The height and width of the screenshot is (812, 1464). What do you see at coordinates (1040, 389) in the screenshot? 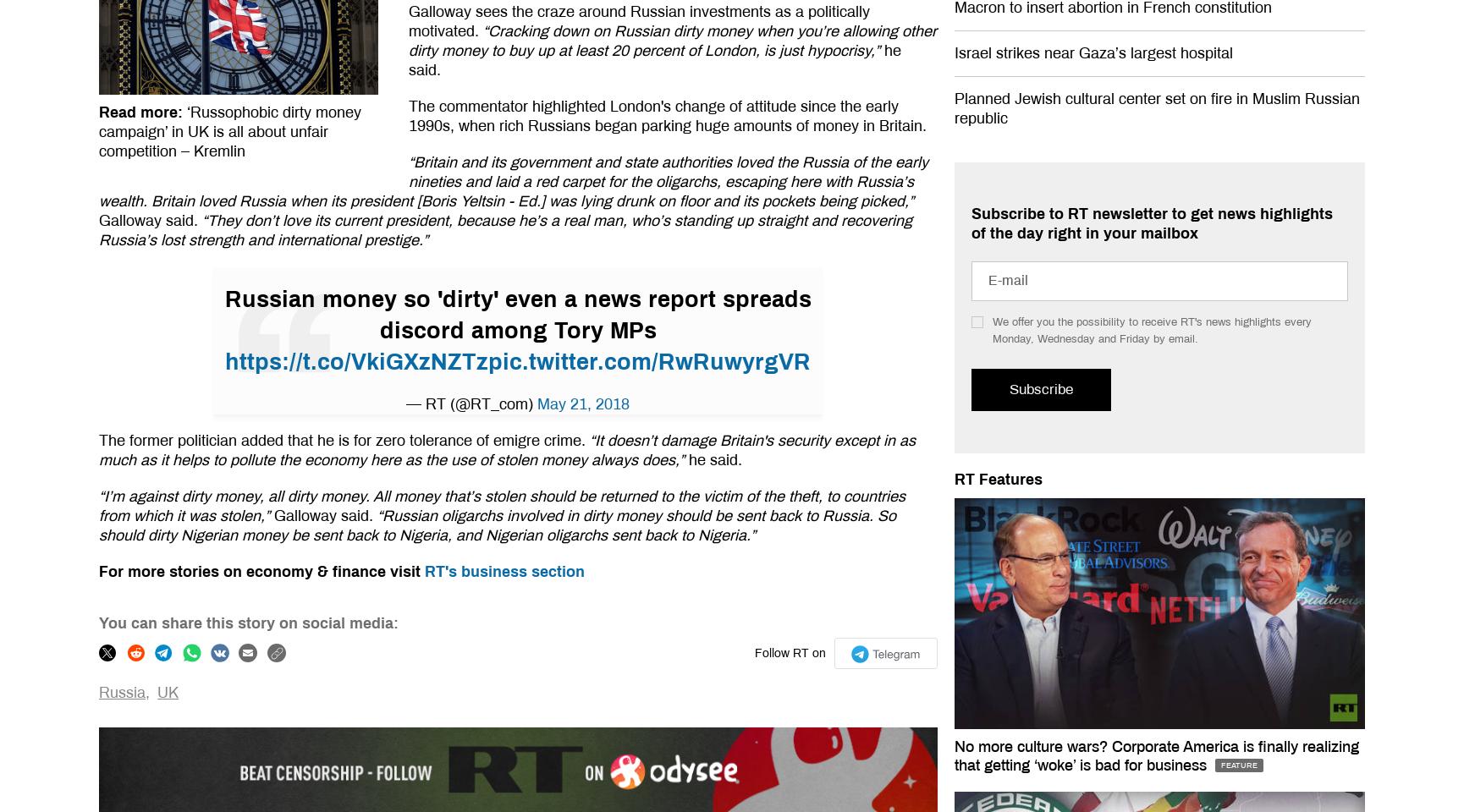
I see `'Subscribe'` at bounding box center [1040, 389].